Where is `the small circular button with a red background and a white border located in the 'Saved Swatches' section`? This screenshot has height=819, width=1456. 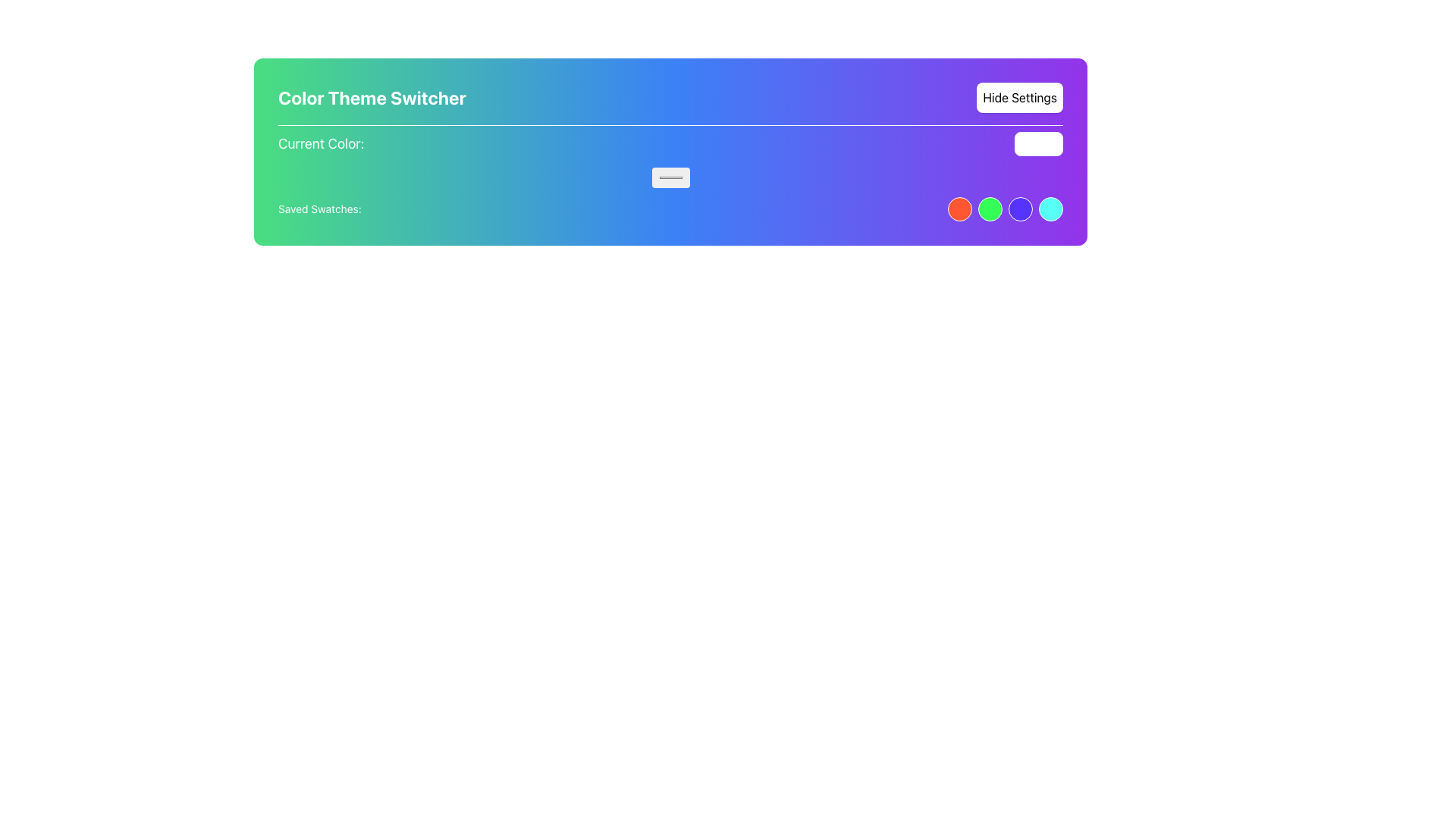
the small circular button with a red background and a white border located in the 'Saved Swatches' section is located at coordinates (959, 209).